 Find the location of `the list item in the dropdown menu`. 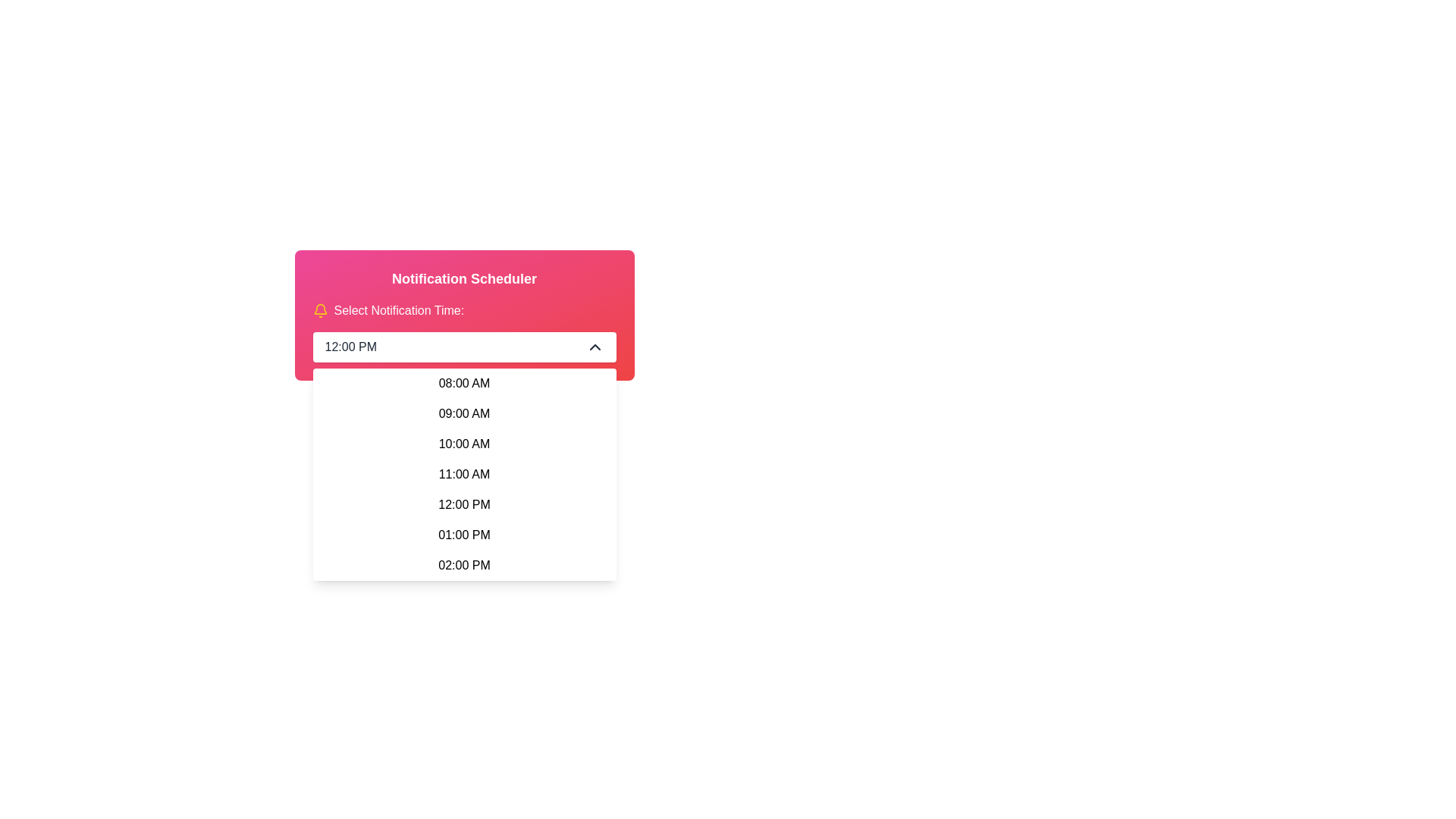

the list item in the dropdown menu is located at coordinates (463, 473).